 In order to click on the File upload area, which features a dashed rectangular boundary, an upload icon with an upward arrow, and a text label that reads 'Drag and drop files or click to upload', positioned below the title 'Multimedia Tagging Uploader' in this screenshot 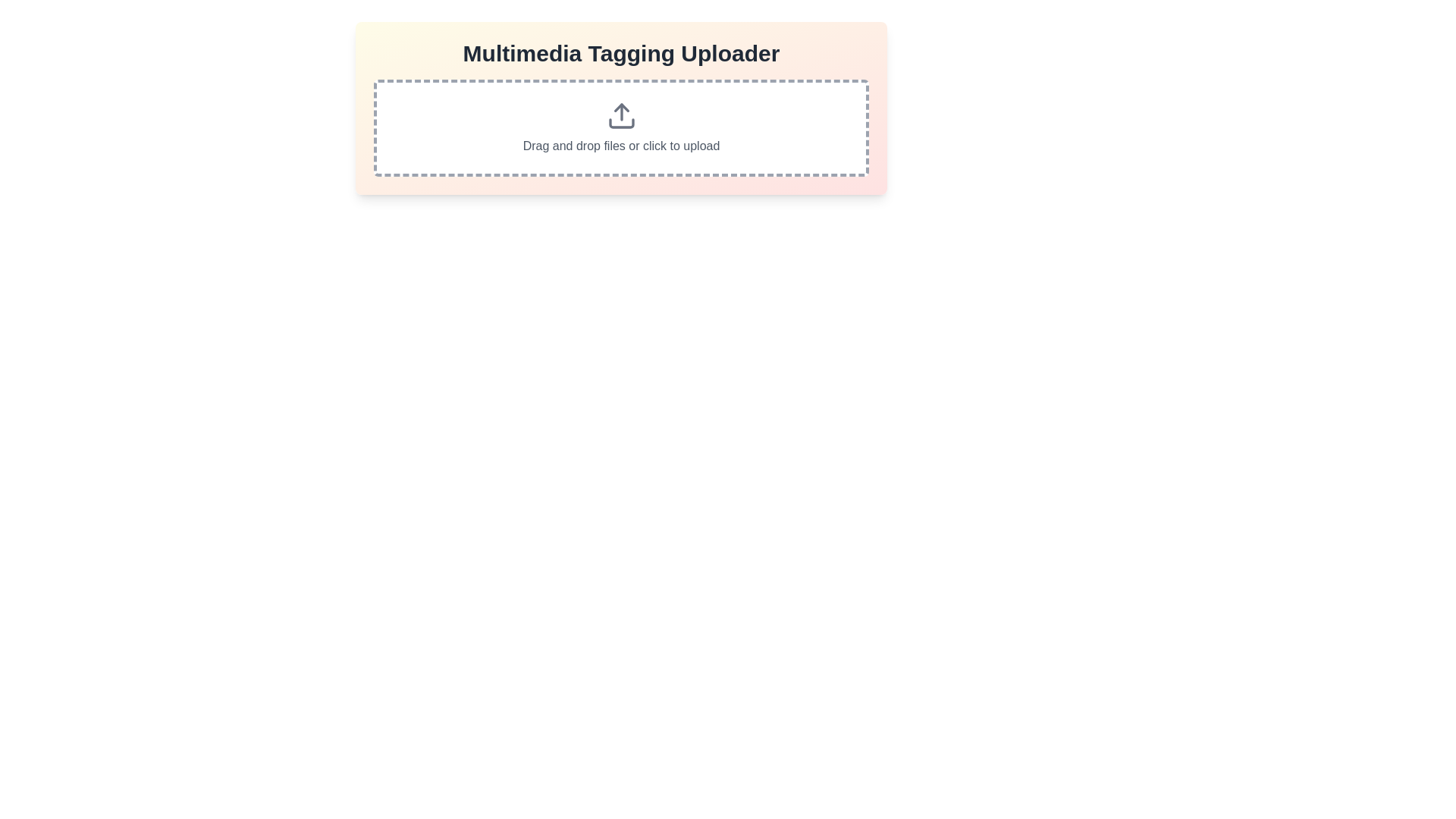, I will do `click(621, 127)`.